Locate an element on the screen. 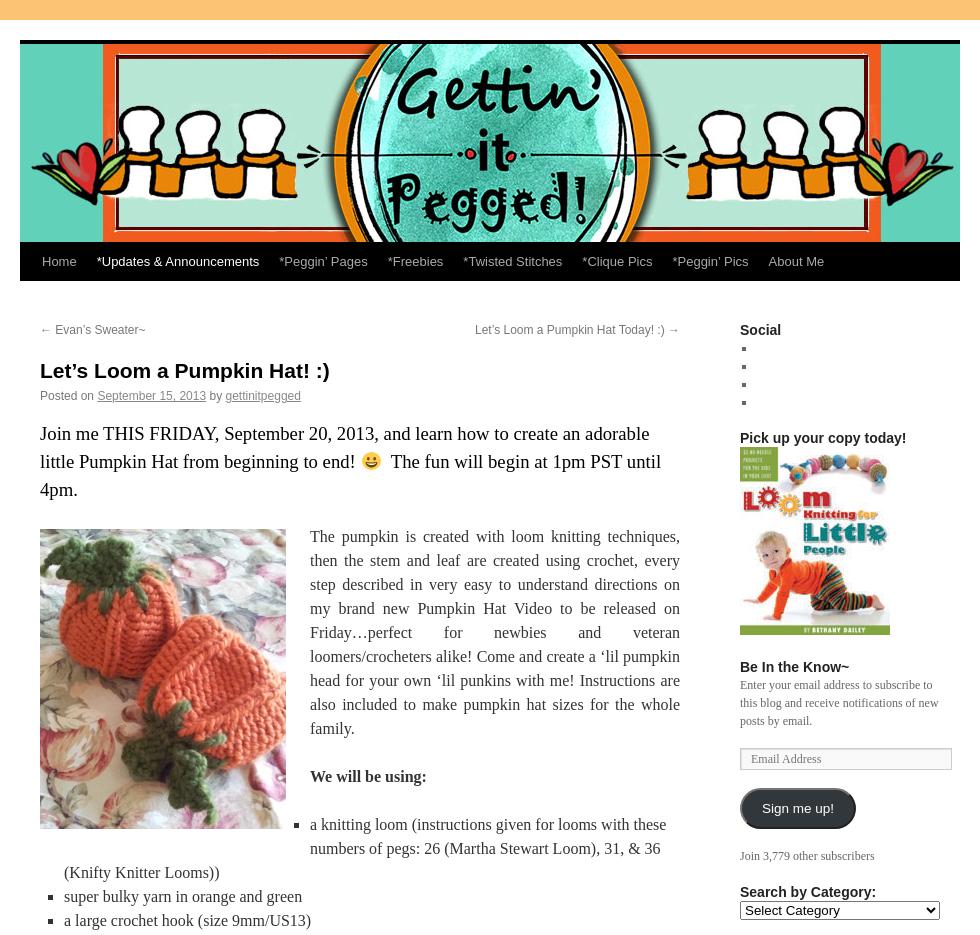  'Be In the Know~' is located at coordinates (794, 667).